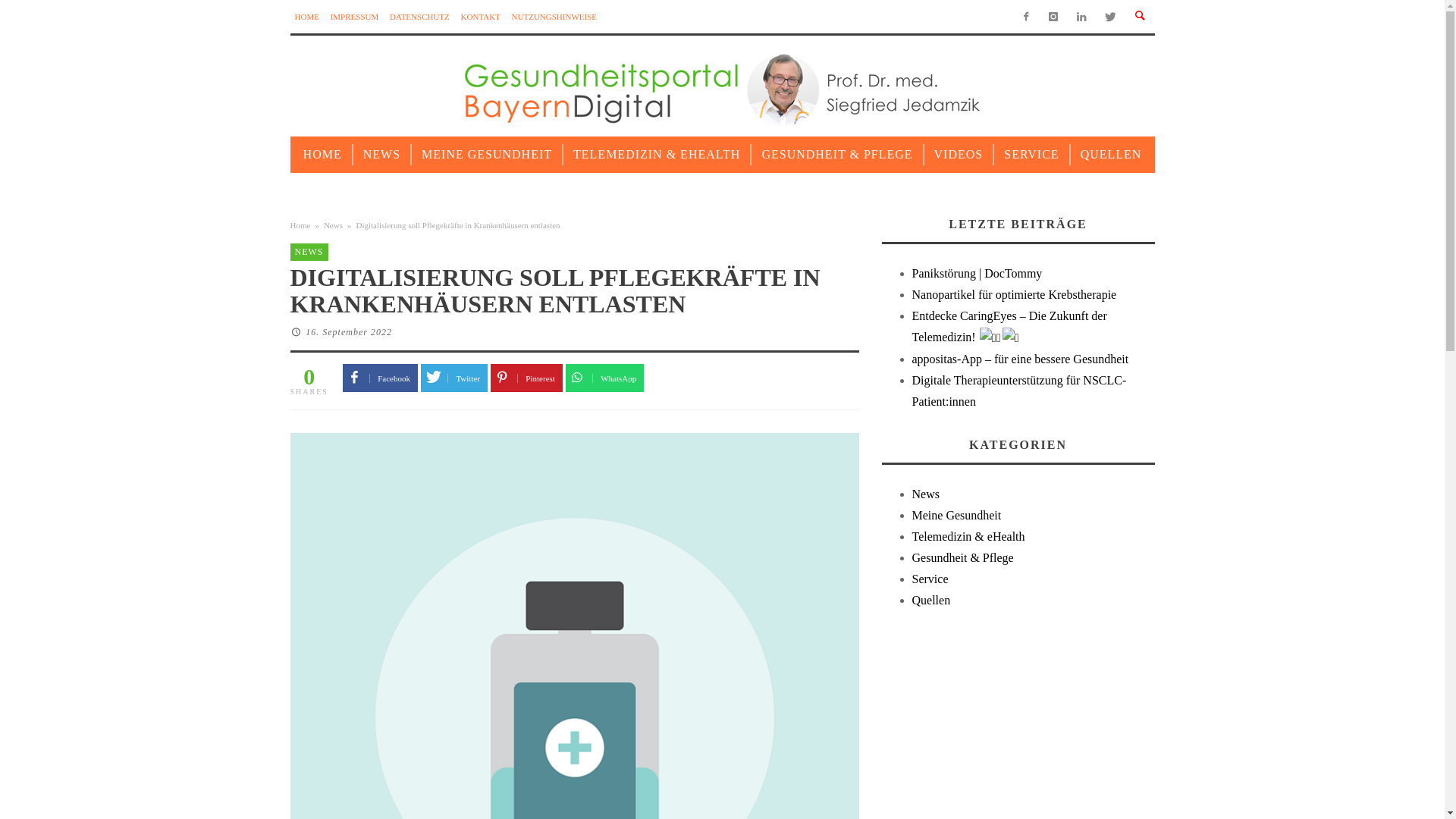 The width and height of the screenshot is (1456, 819). Describe the element at coordinates (553, 17) in the screenshot. I see `'NUTZUNGSHINWEISE'` at that location.